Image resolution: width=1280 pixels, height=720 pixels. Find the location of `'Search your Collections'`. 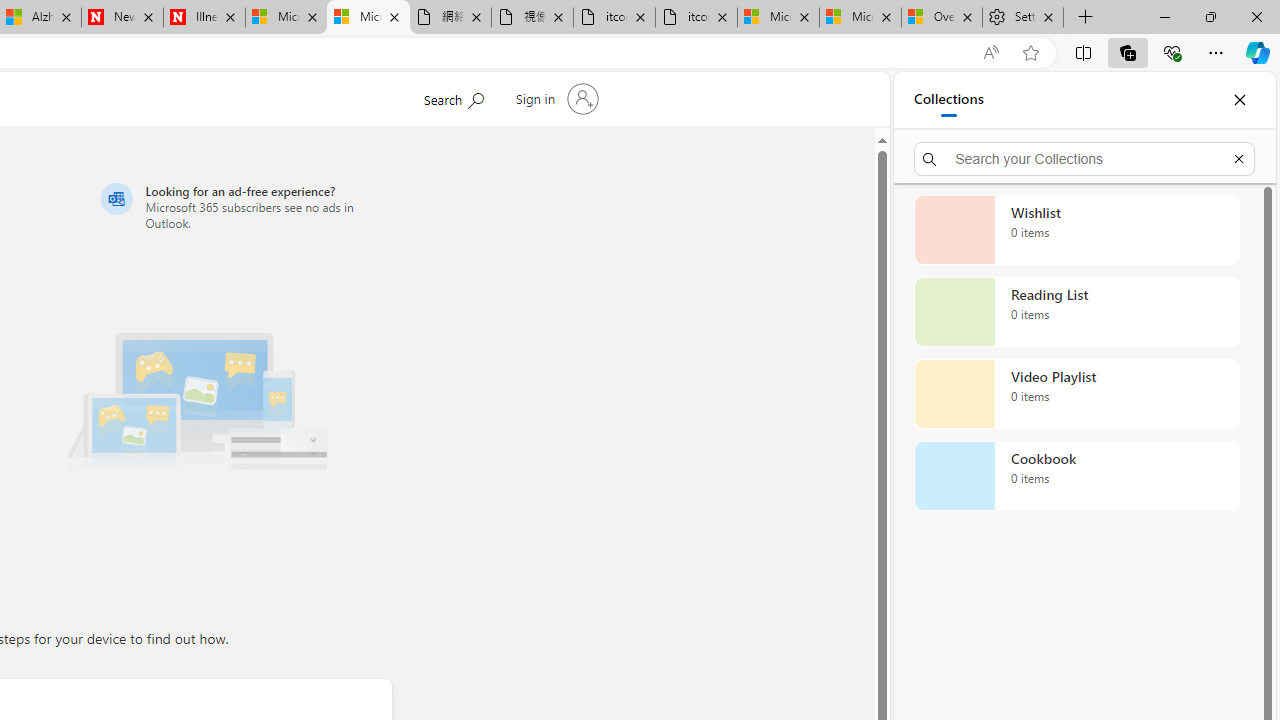

'Search your Collections' is located at coordinates (1083, 158).